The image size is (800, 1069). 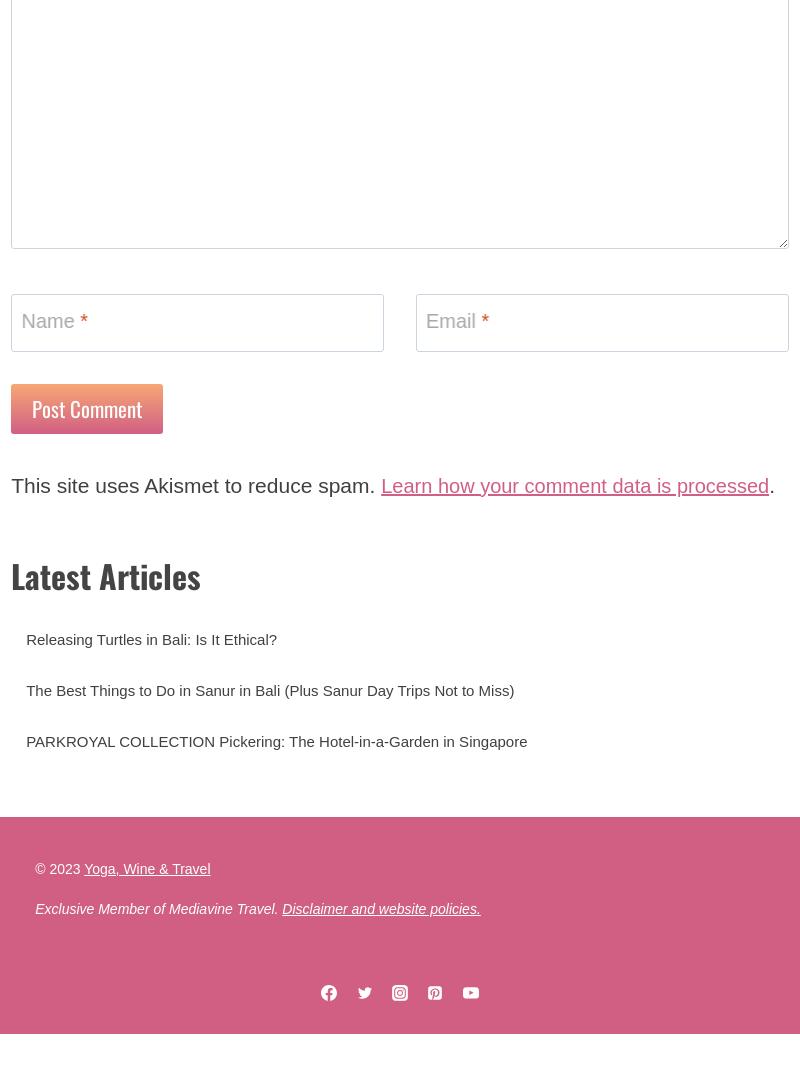 What do you see at coordinates (109, 539) in the screenshot?
I see `'.'` at bounding box center [109, 539].